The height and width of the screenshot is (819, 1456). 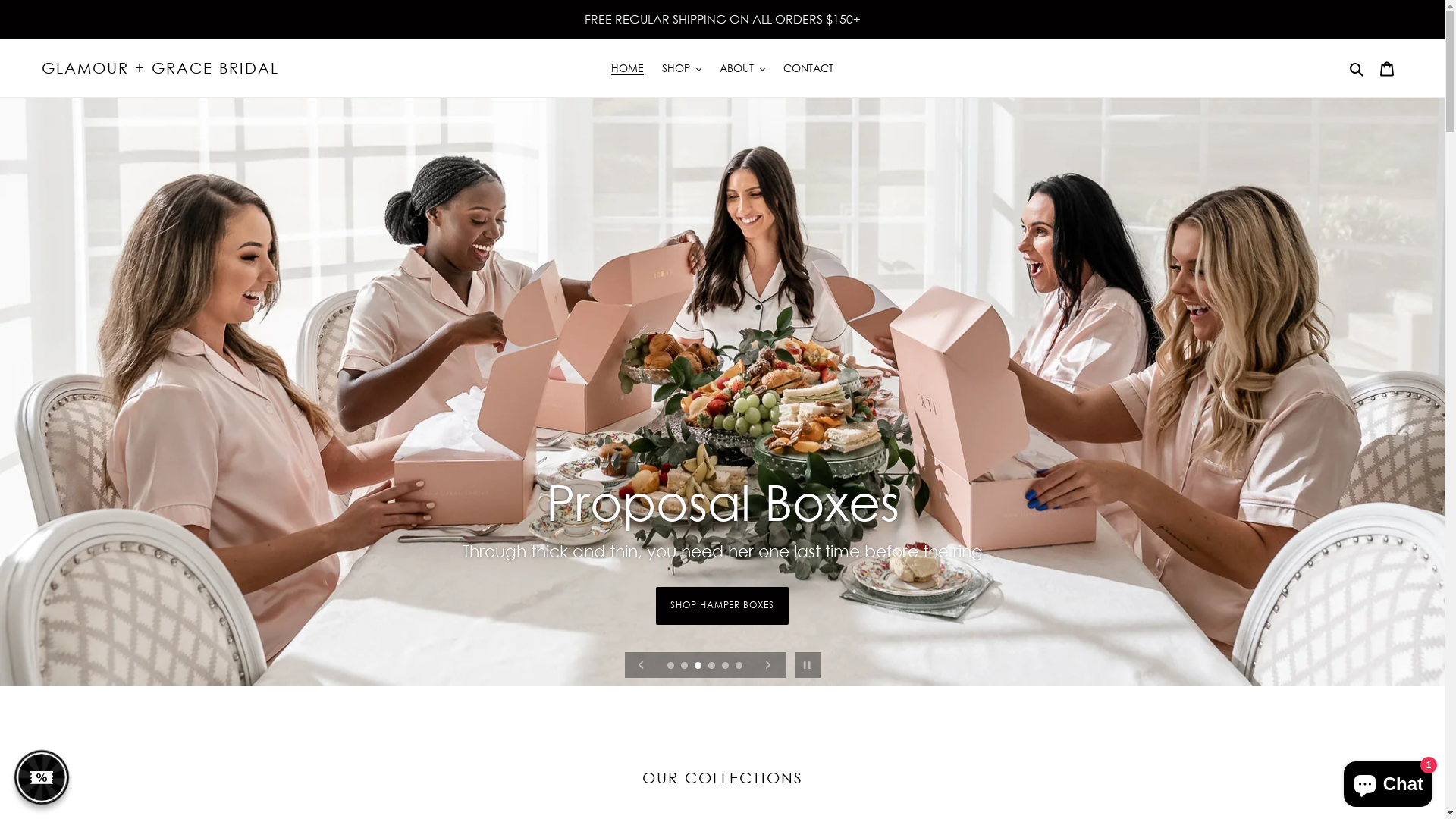 I want to click on 'Cart', so click(x=1386, y=66).